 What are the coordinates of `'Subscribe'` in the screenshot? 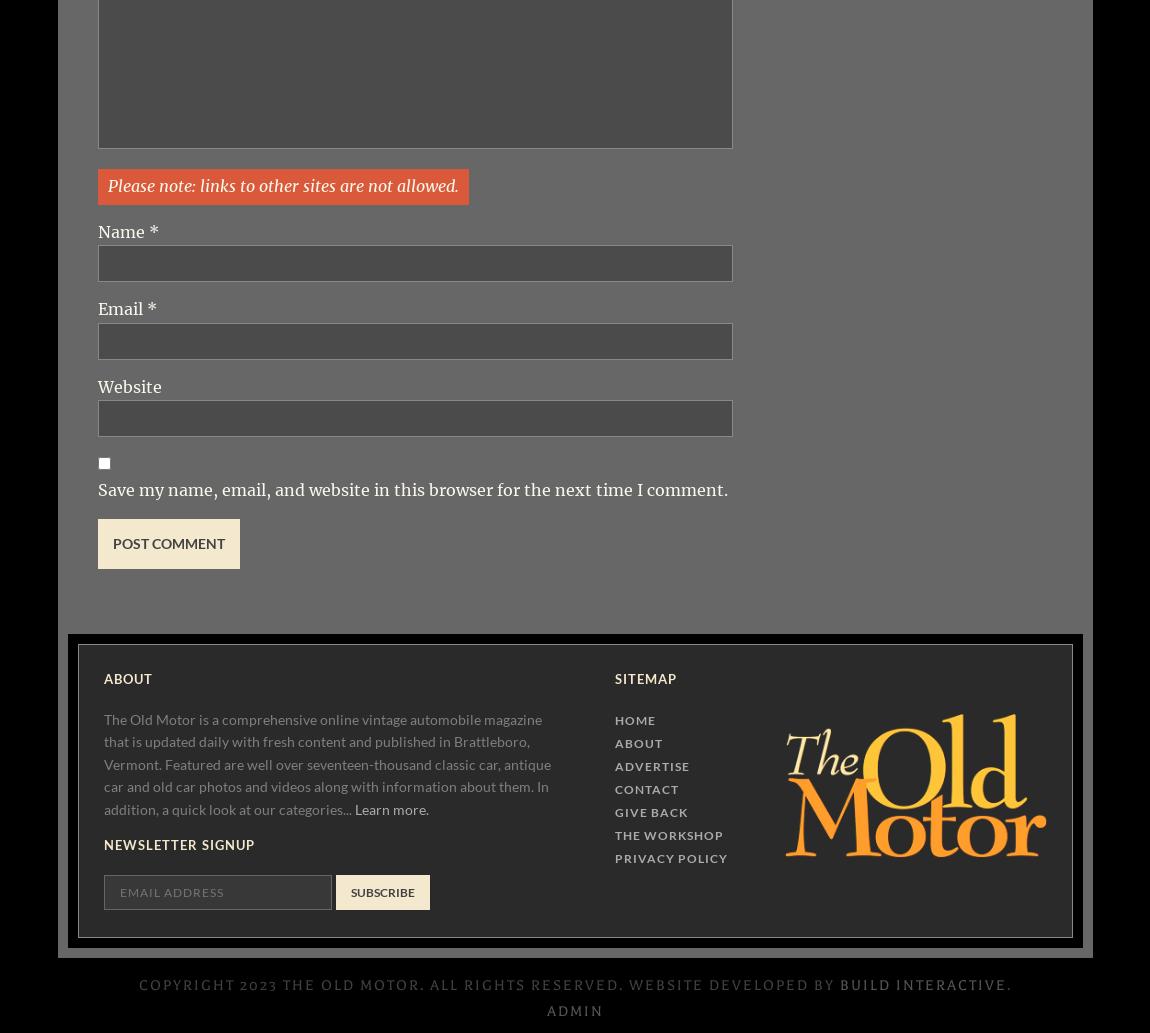 It's located at (349, 891).